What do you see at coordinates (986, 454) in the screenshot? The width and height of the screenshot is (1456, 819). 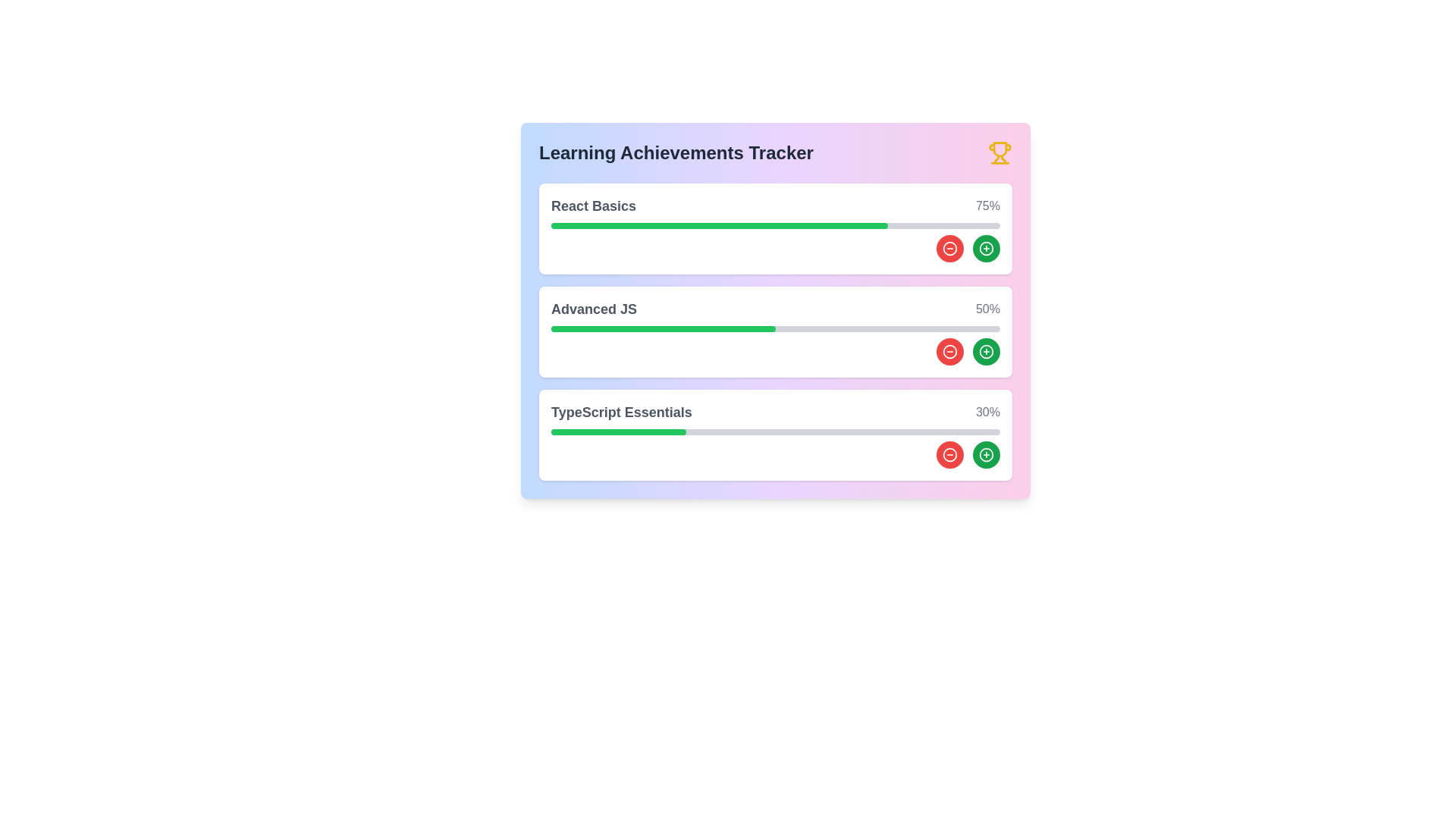 I see `the central circular component of the green 'add' button, which is located on the far right of the 'TypeScript Essentials' progress tracker row` at bounding box center [986, 454].